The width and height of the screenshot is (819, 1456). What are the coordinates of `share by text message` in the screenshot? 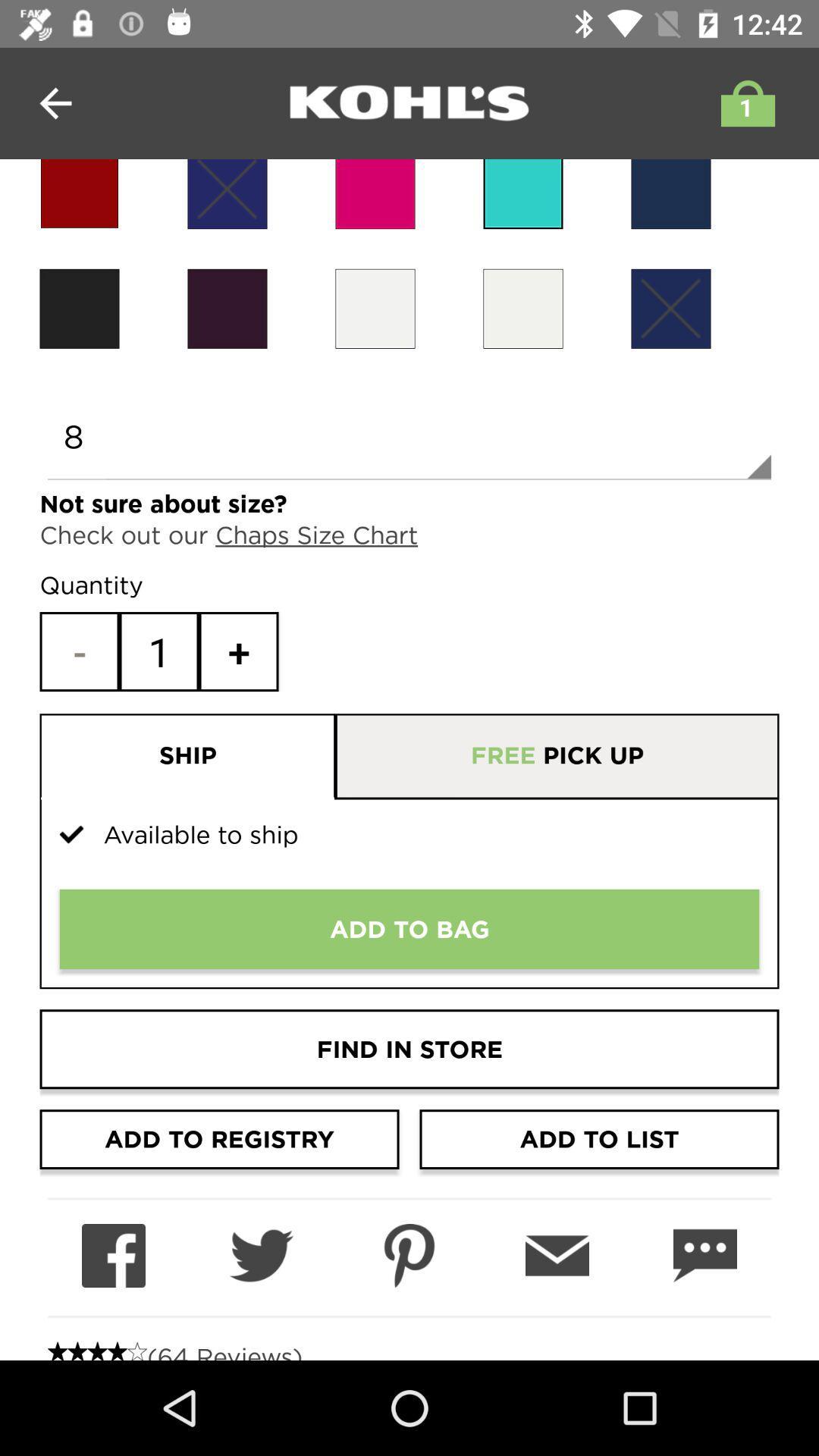 It's located at (704, 1256).